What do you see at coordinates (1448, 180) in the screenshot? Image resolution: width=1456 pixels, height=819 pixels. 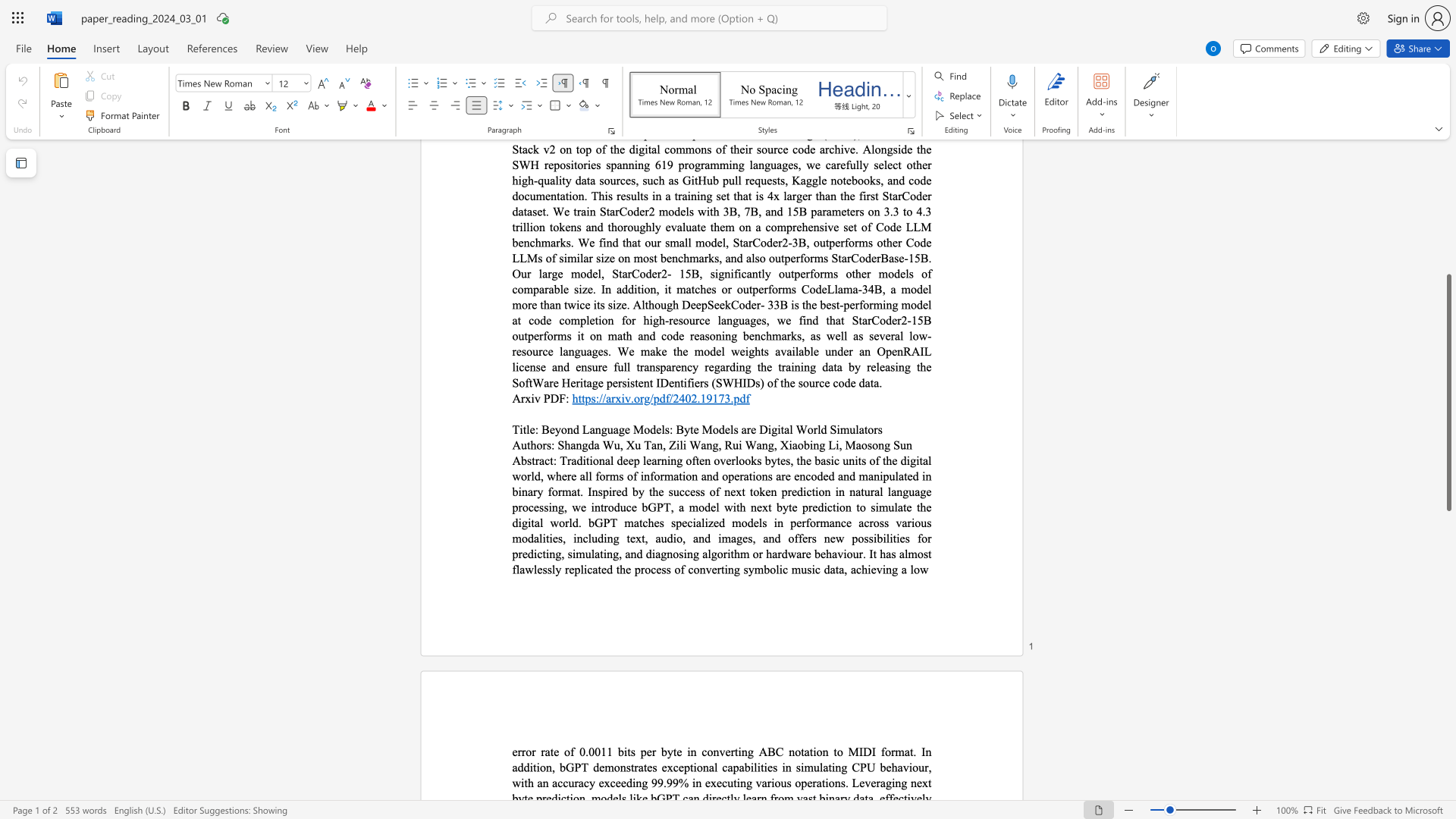 I see `the side scrollbar to bring the page up` at bounding box center [1448, 180].